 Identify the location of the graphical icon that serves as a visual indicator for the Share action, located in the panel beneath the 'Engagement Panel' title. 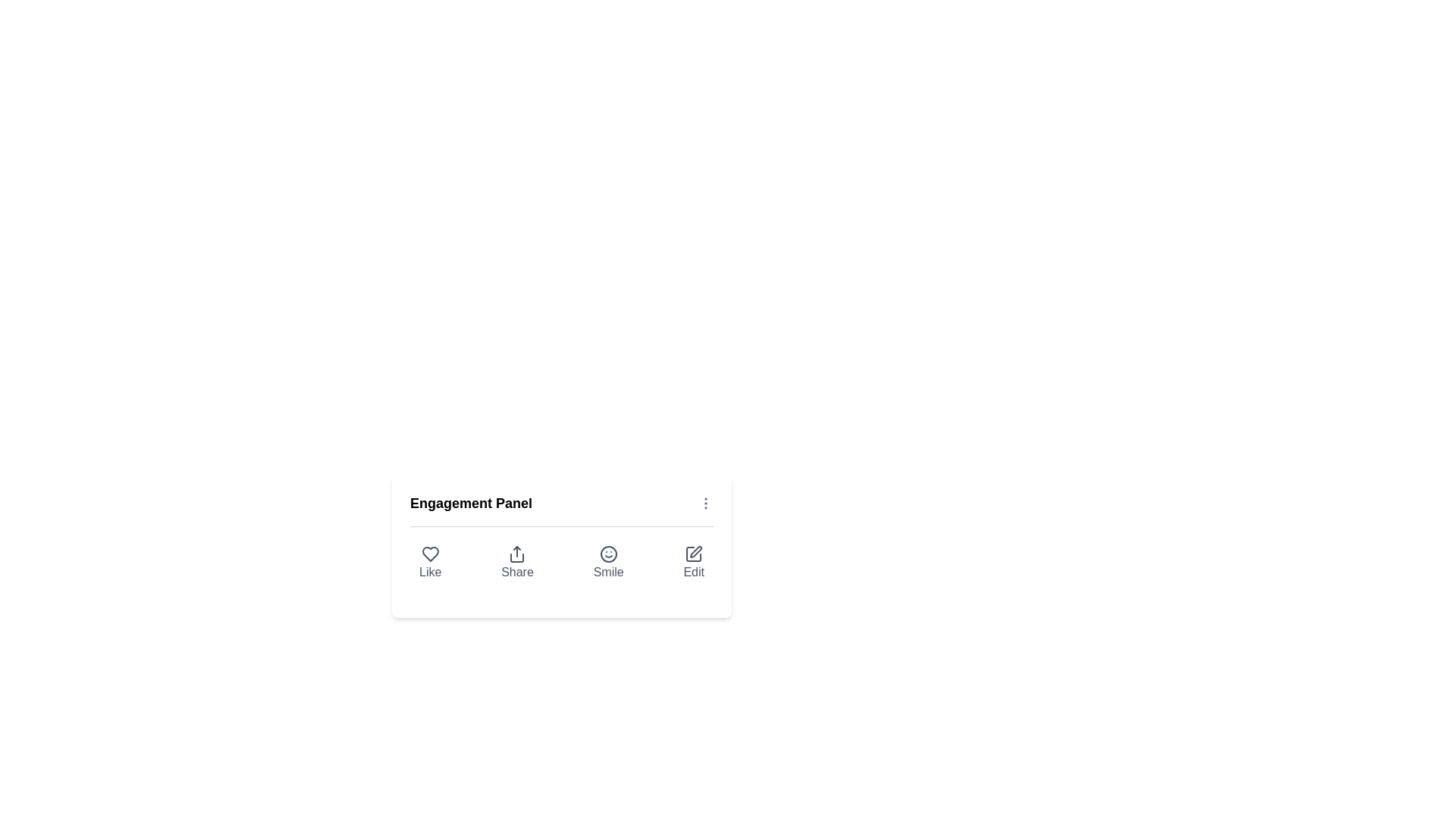
(517, 554).